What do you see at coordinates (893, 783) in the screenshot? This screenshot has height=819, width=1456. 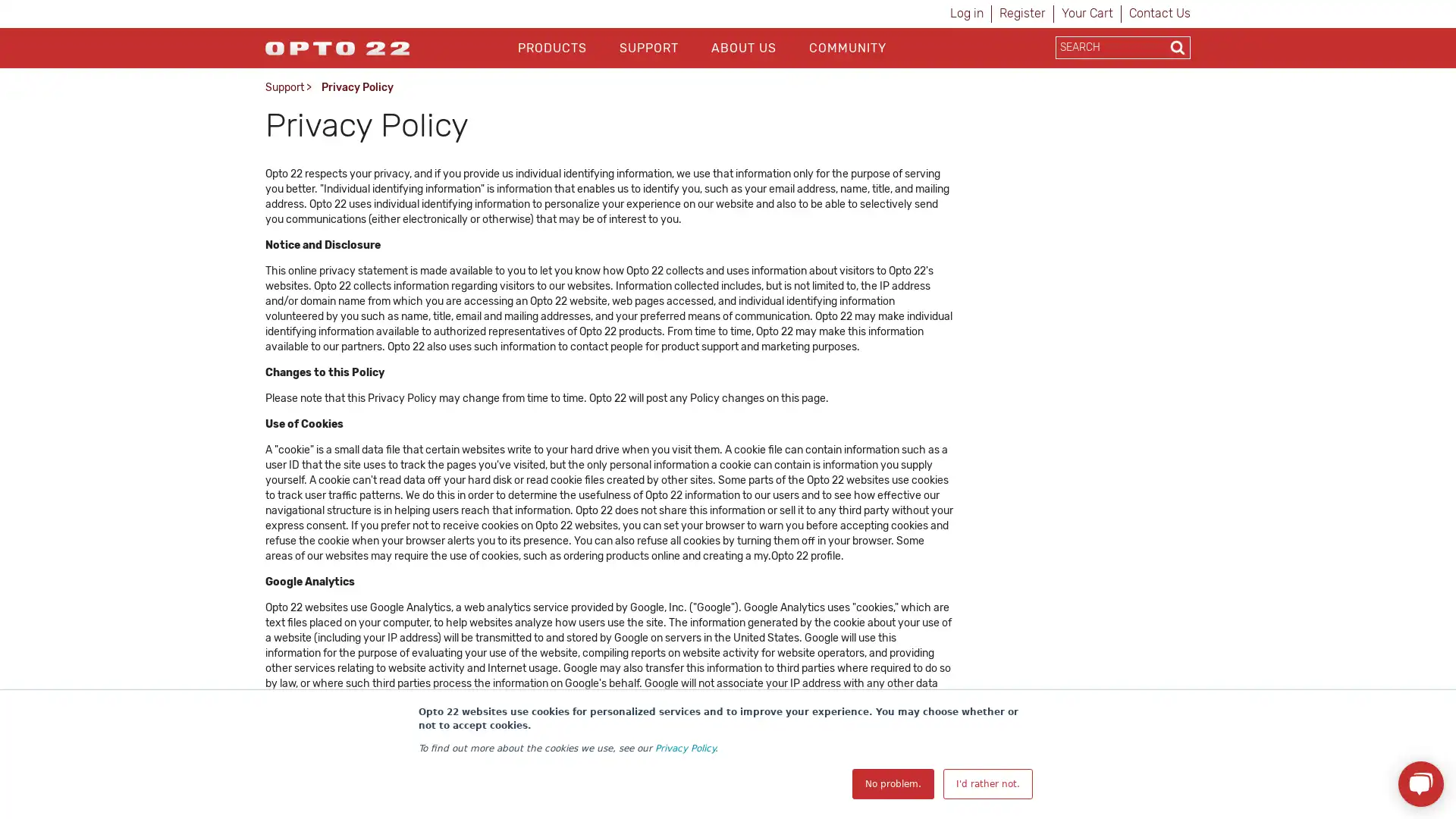 I see `No problem.` at bounding box center [893, 783].